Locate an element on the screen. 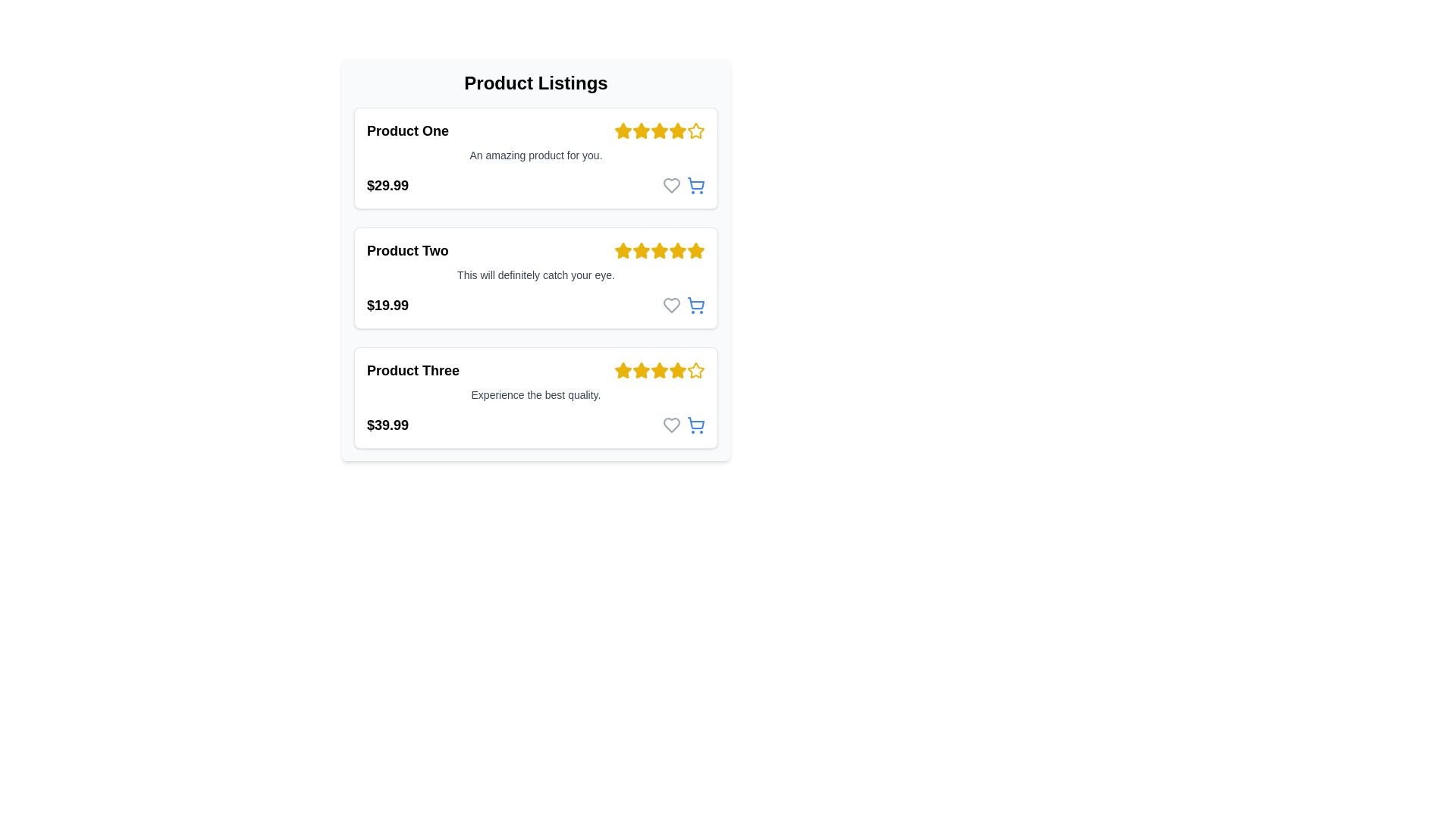  the fourth star icon in the rating system for 'Product One', which is highlighted and located above the price in the product listings section is located at coordinates (659, 130).